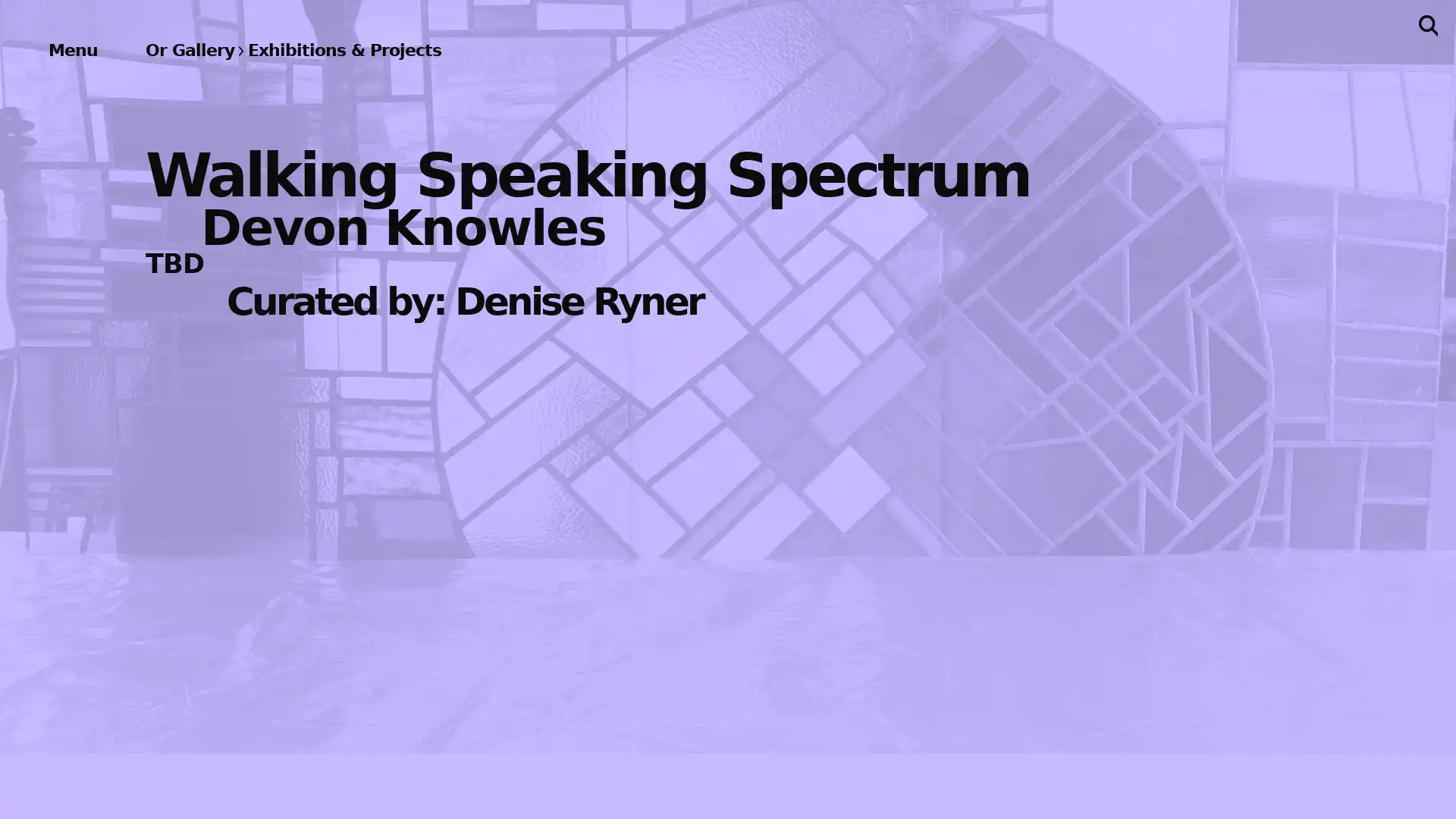  Describe the element at coordinates (883, 315) in the screenshot. I see `Subscribe` at that location.